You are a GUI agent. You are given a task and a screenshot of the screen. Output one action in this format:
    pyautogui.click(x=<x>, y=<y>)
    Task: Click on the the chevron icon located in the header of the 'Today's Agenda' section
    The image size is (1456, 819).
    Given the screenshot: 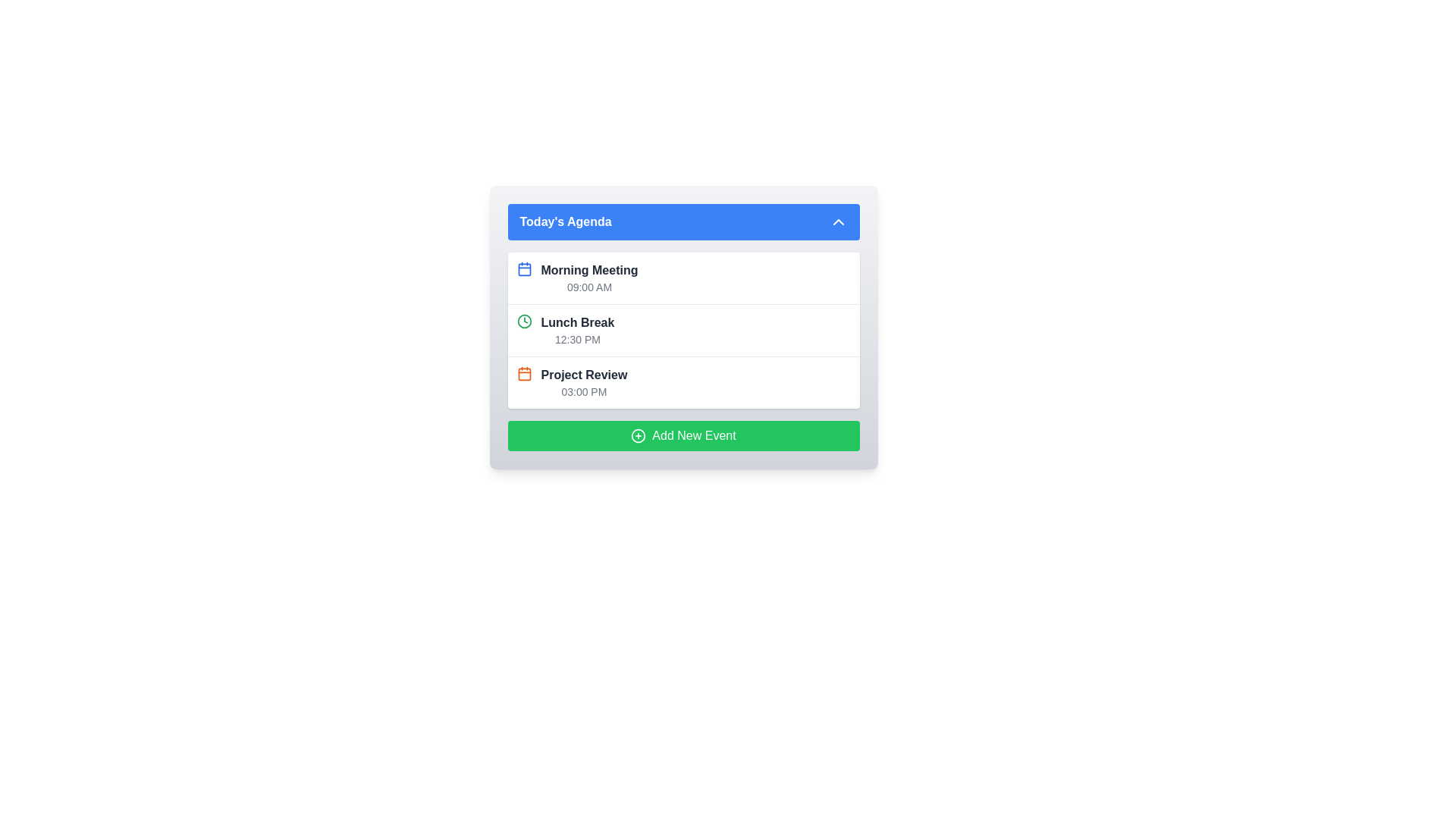 What is the action you would take?
    pyautogui.click(x=837, y=222)
    